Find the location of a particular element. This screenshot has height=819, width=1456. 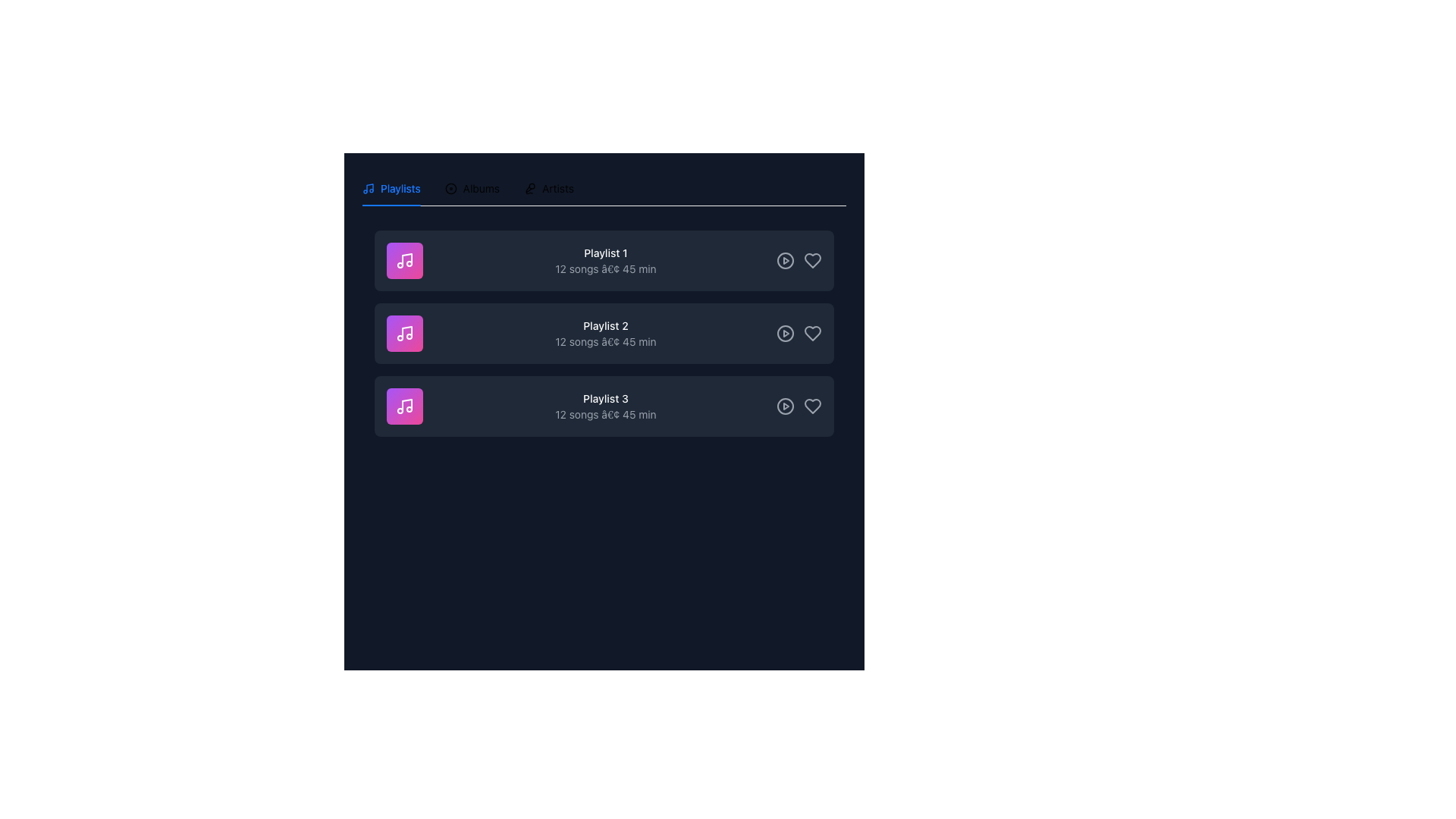

the textual display component that serves as a header and subheader for the playlist item, which displays 'Playlist 2' and '12 songs • 45 min.' is located at coordinates (604, 332).